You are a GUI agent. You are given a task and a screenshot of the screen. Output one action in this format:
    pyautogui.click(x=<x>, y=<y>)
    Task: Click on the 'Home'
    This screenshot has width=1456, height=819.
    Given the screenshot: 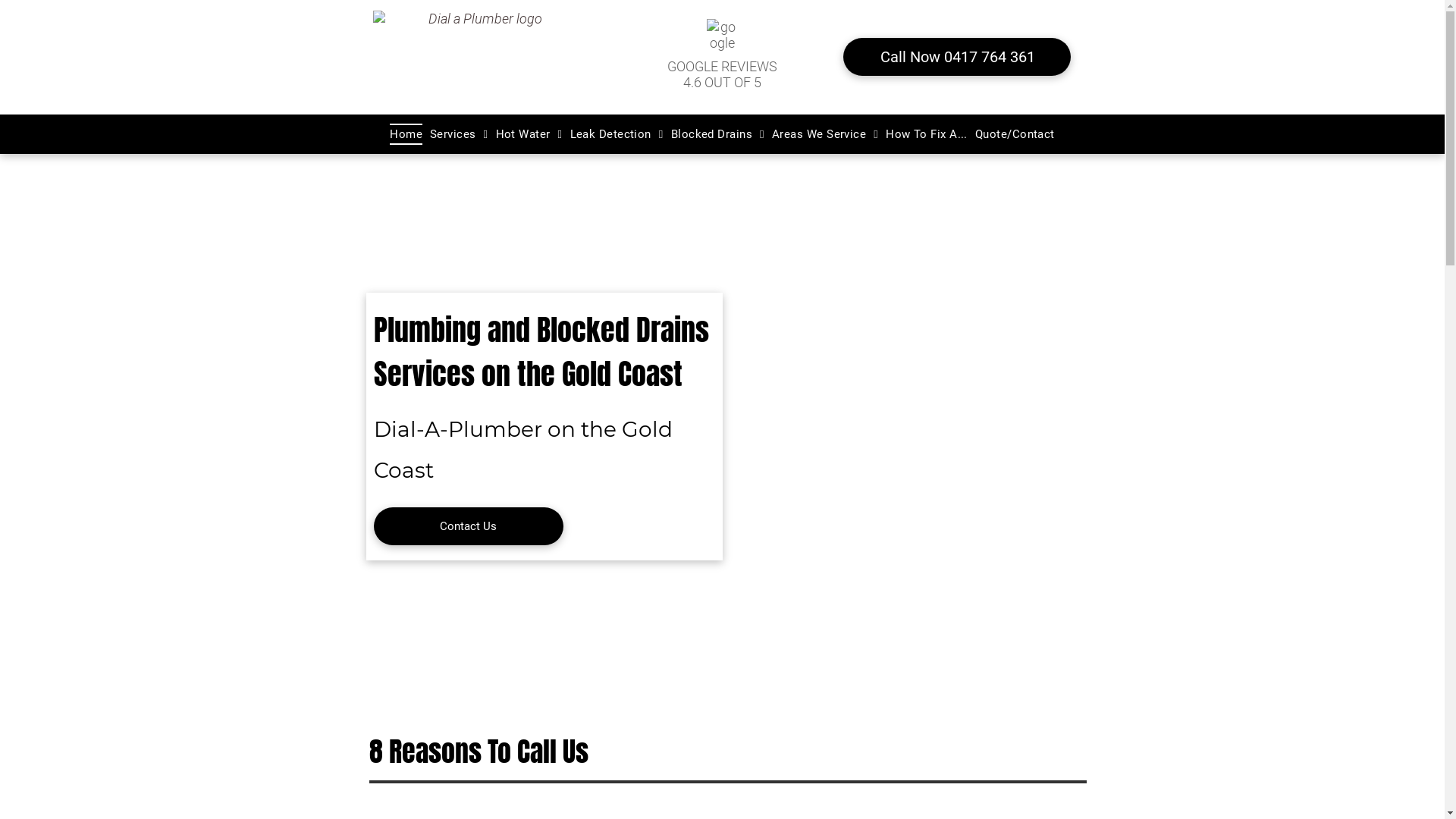 What is the action you would take?
    pyautogui.click(x=406, y=133)
    